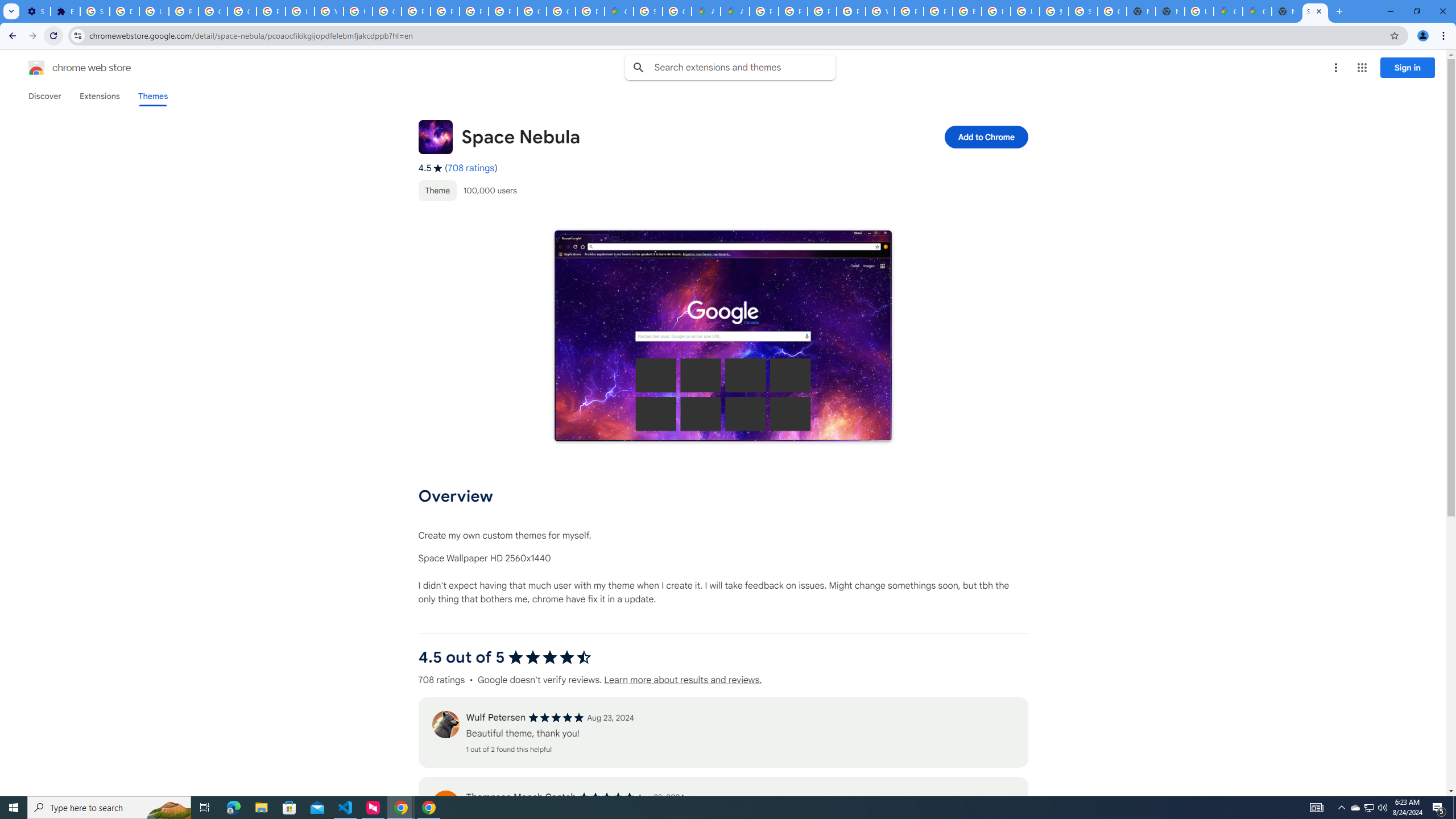  I want to click on 'Chrome Web Store logo', so click(36, 67).